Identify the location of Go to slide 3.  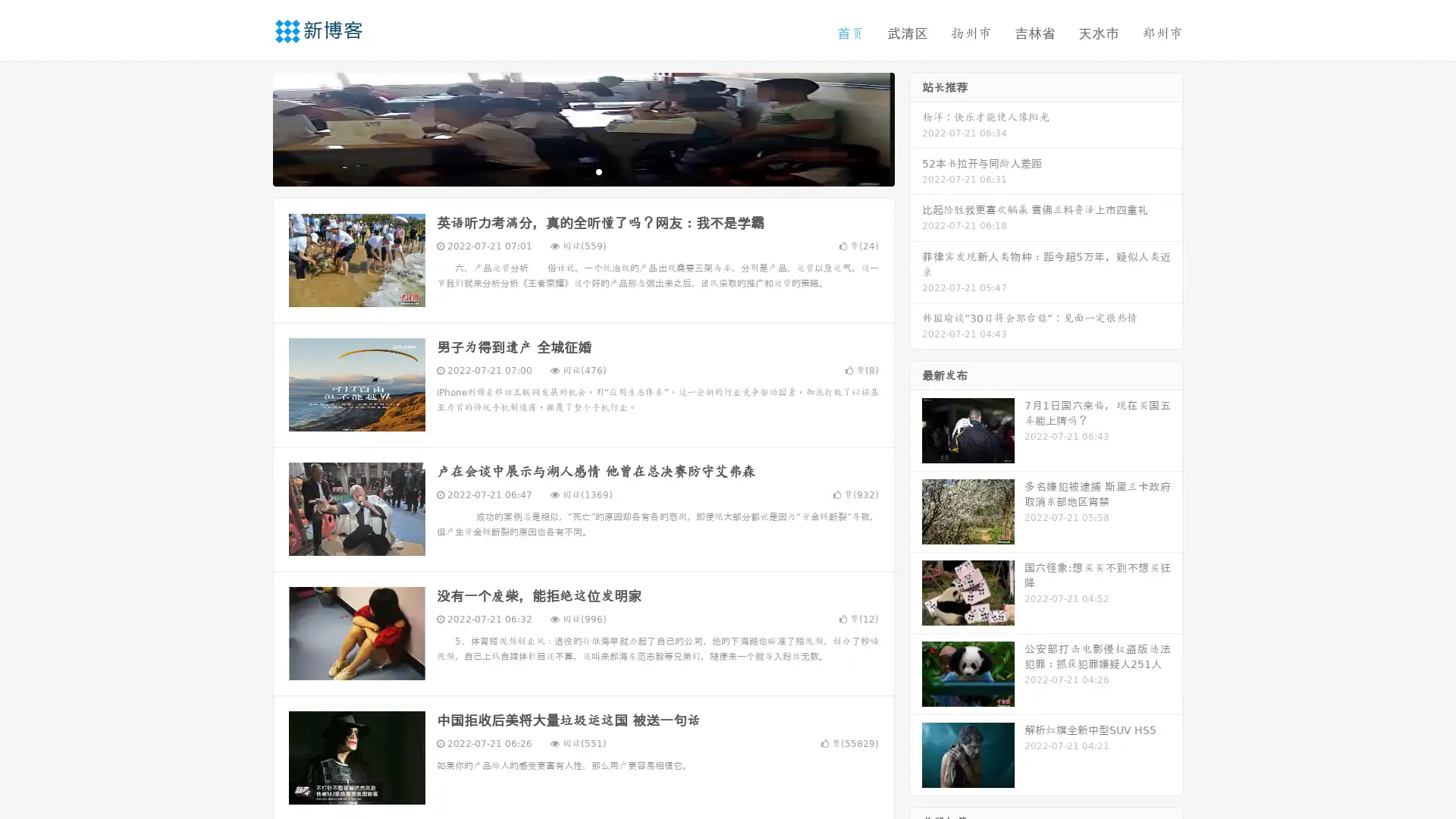
(598, 171).